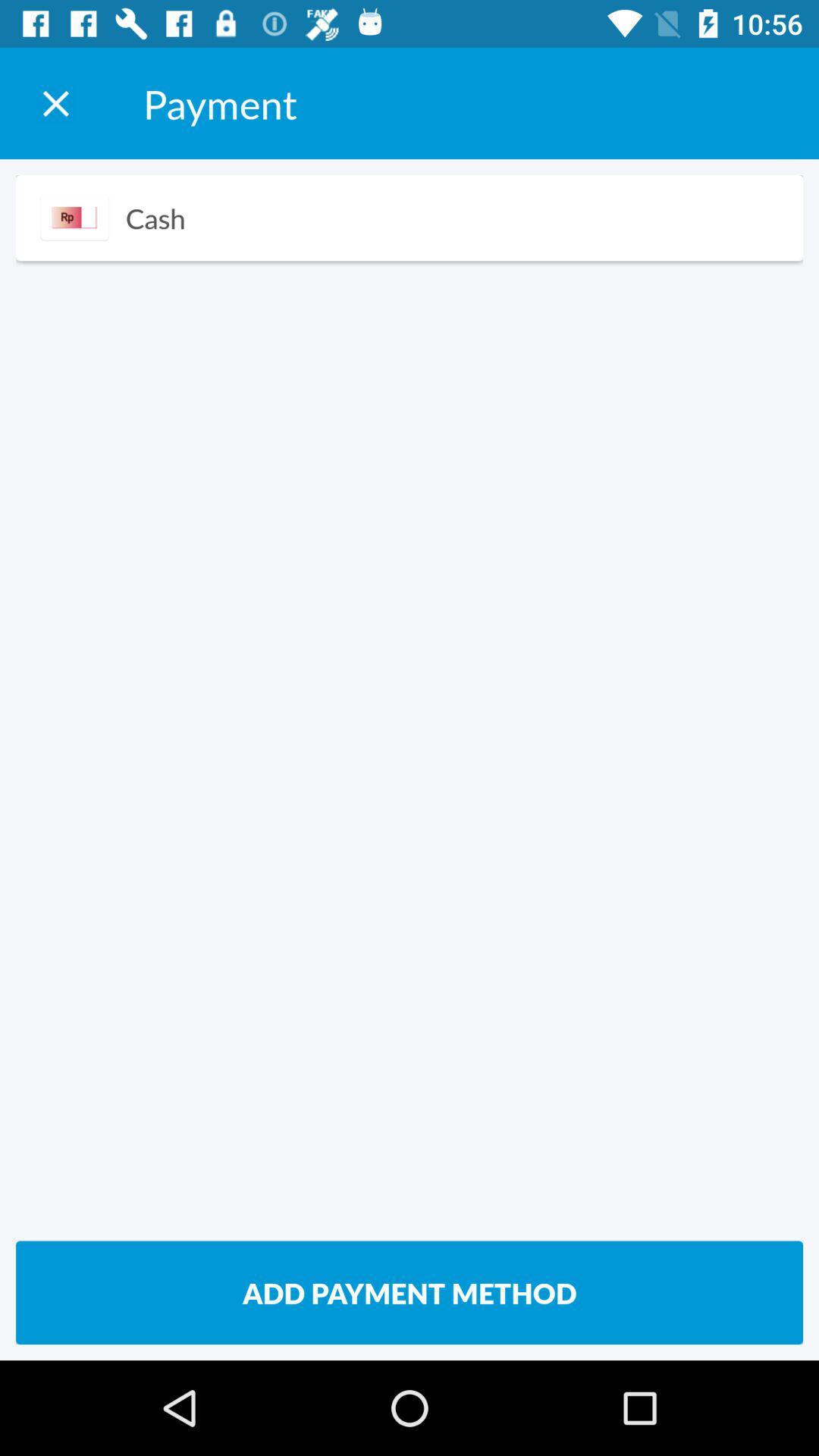 The width and height of the screenshot is (819, 1456). I want to click on the icon to the left of the cash icon, so click(74, 217).